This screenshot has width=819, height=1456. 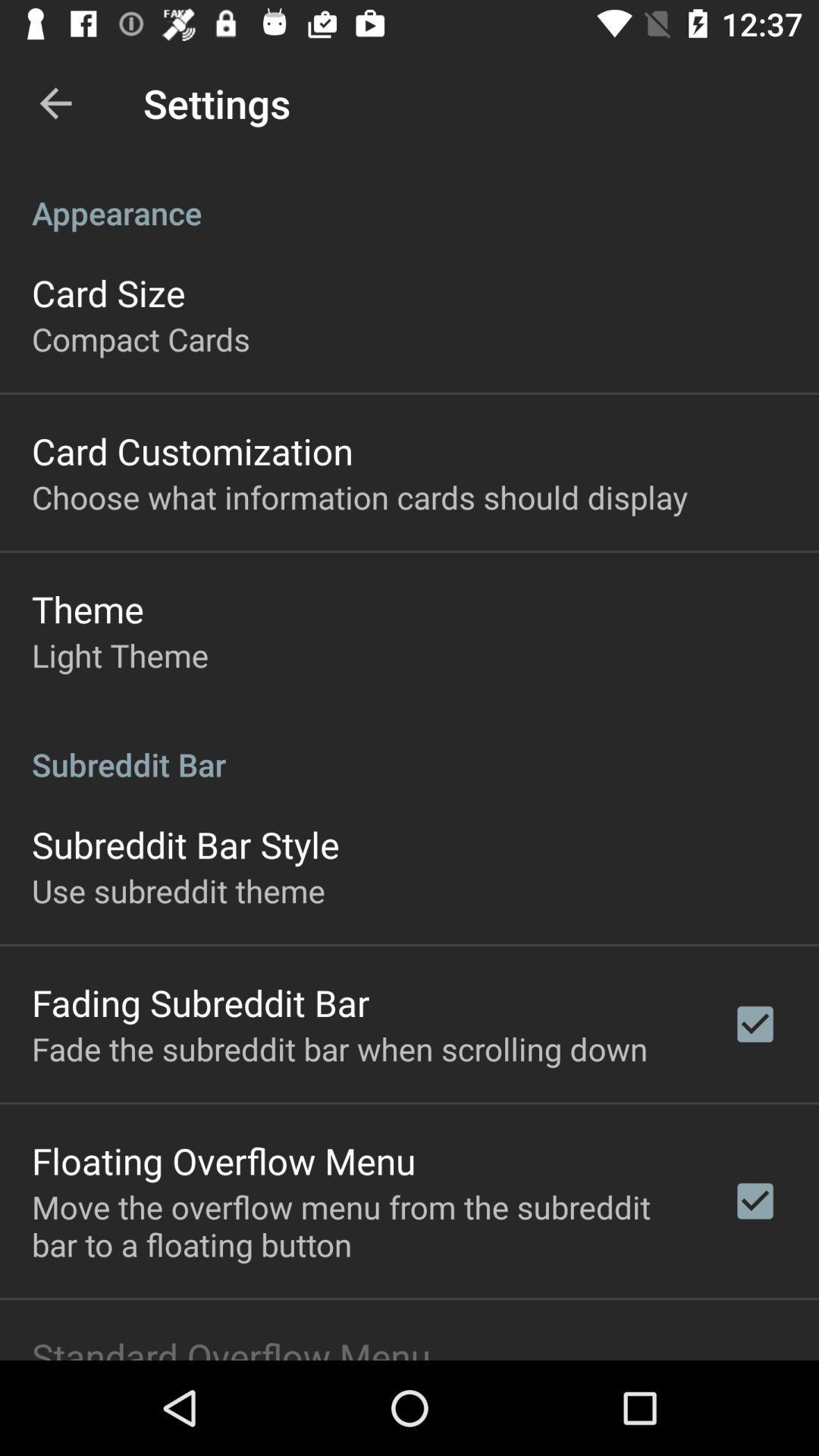 What do you see at coordinates (359, 497) in the screenshot?
I see `choose what information item` at bounding box center [359, 497].